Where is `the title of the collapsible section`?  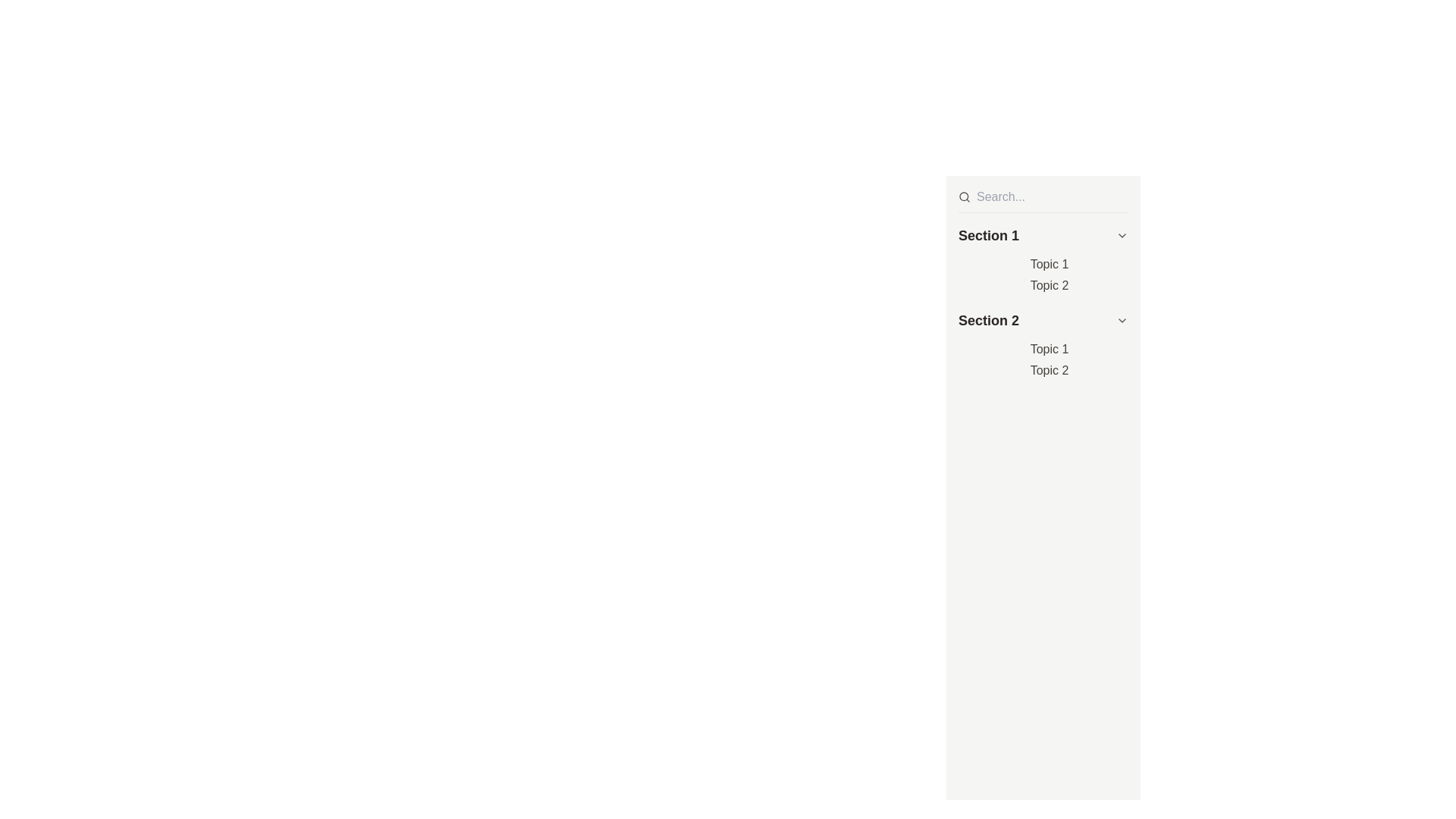 the title of the collapsible section is located at coordinates (989, 236).